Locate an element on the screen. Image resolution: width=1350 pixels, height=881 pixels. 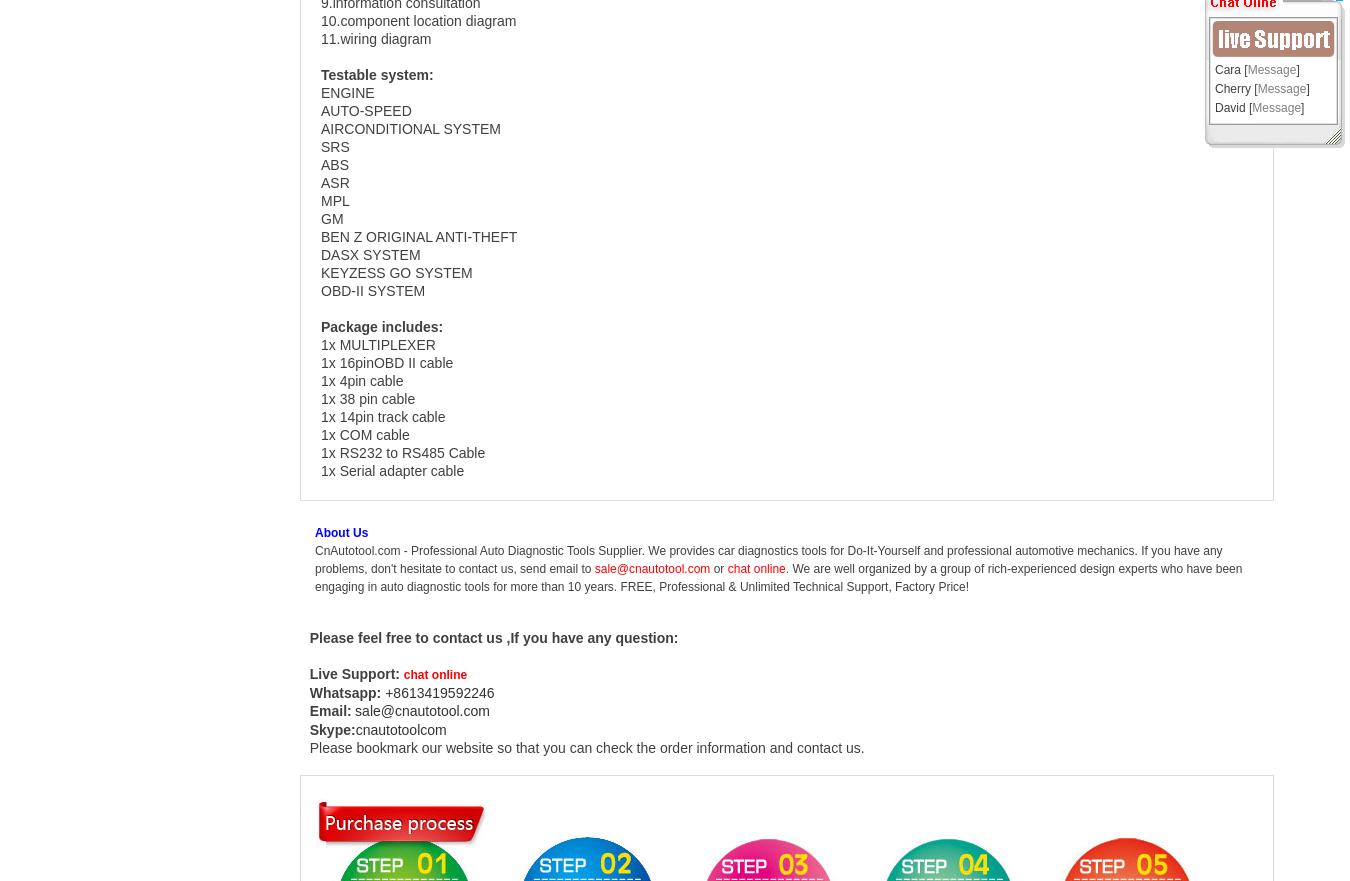
'1x 4pin cable' is located at coordinates (363, 381).